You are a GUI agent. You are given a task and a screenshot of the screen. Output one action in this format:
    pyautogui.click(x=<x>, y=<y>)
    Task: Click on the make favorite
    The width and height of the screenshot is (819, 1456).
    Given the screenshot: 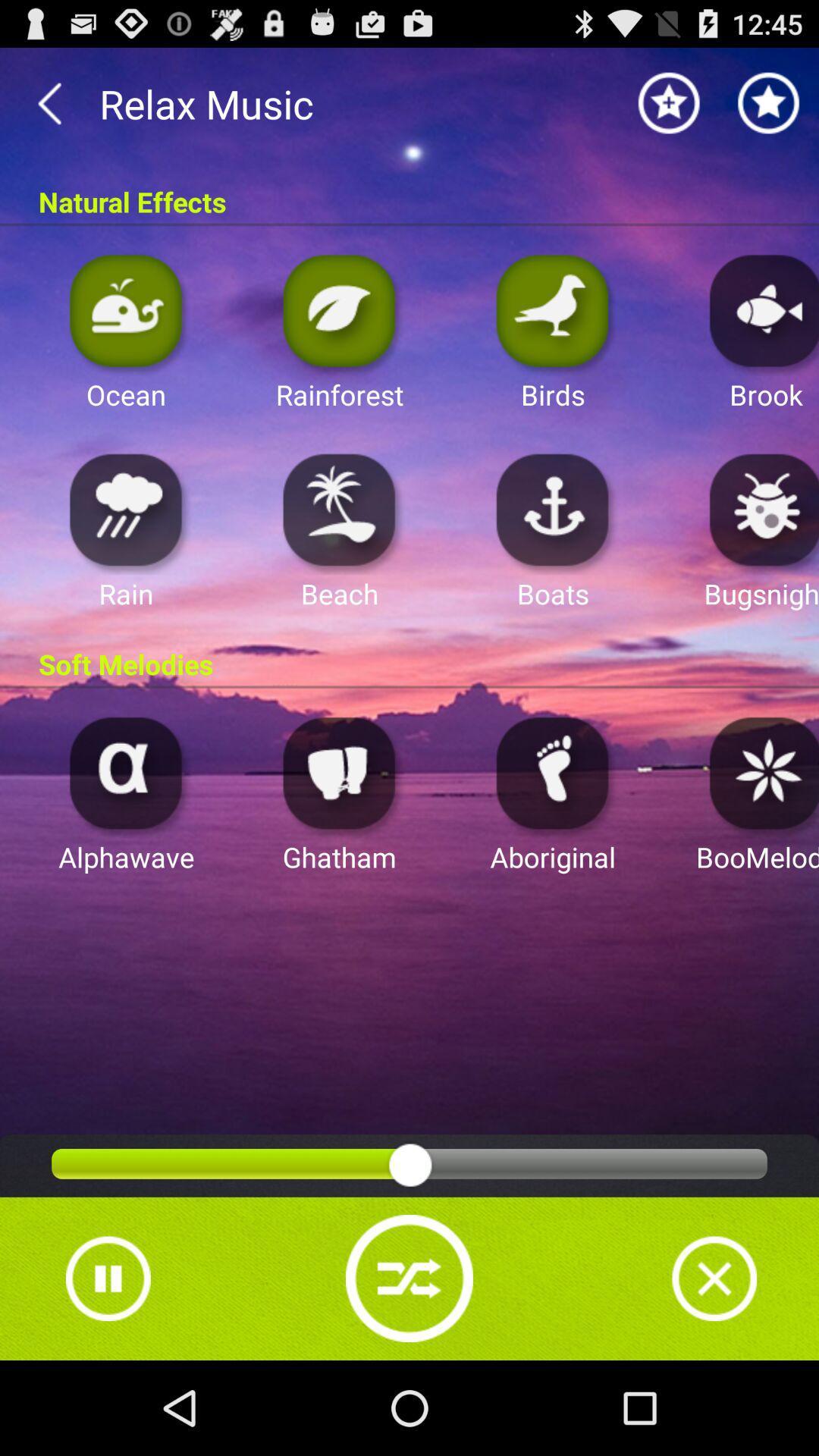 What is the action you would take?
    pyautogui.click(x=769, y=102)
    